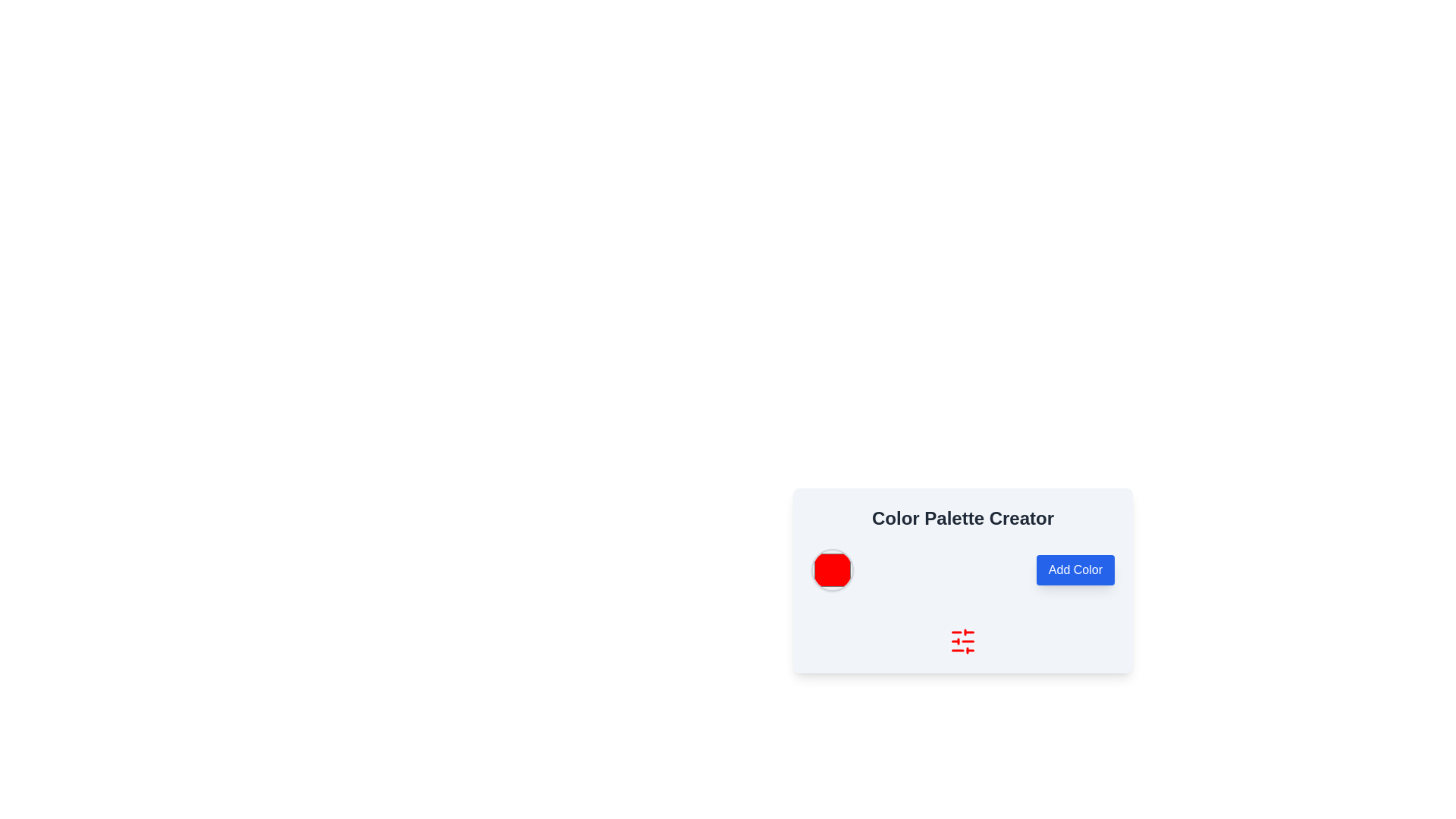 This screenshot has width=1456, height=819. I want to click on the circular Color Picker or Selector Button with a red fill color, so click(832, 570).